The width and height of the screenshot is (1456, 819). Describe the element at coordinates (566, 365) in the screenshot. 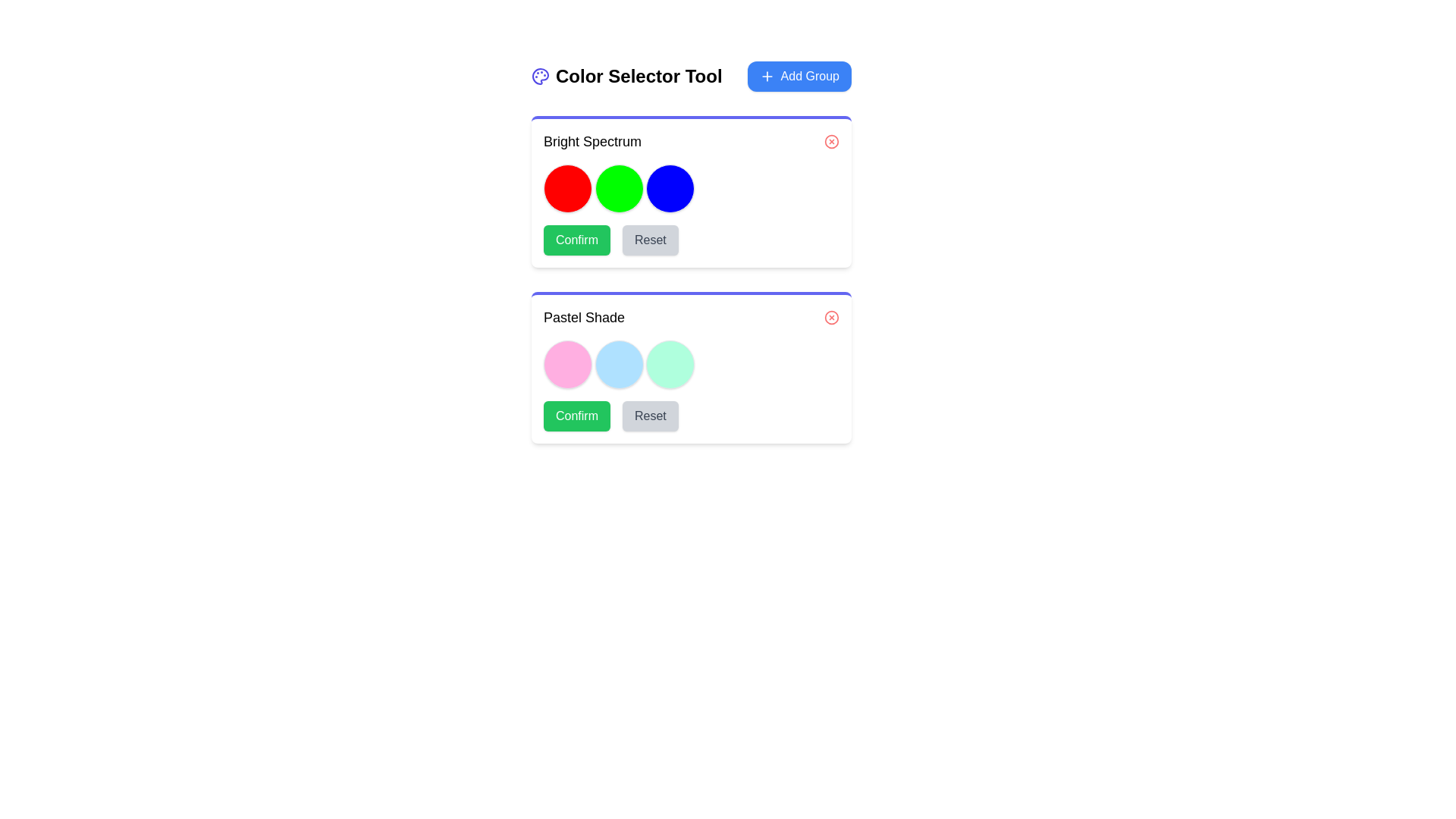

I see `the first selectable color option, which is a circular component with a pink background, to indicate a preview or interaction possibility` at that location.